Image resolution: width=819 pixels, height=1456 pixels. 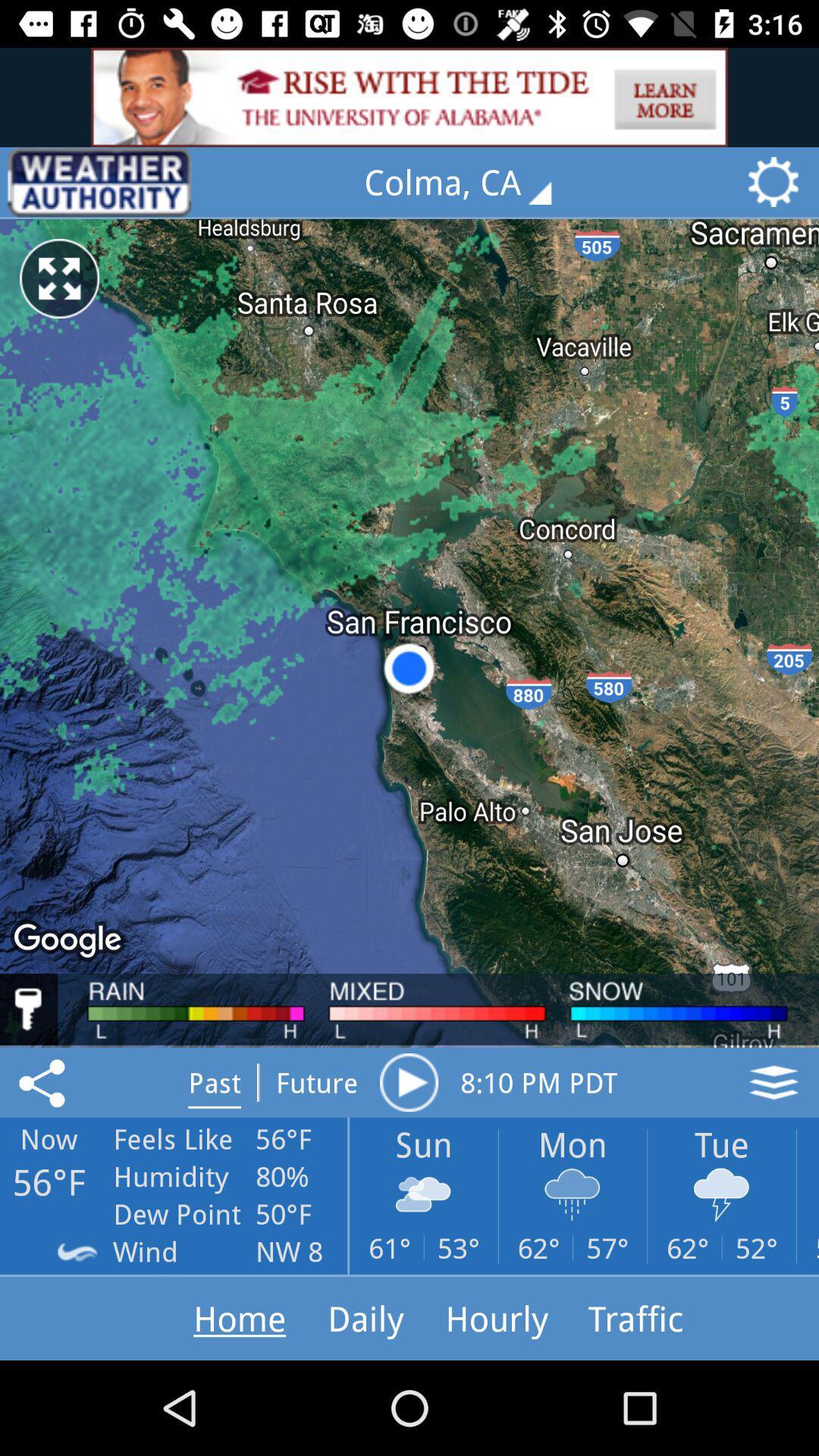 I want to click on the layers icon, so click(x=773, y=1081).